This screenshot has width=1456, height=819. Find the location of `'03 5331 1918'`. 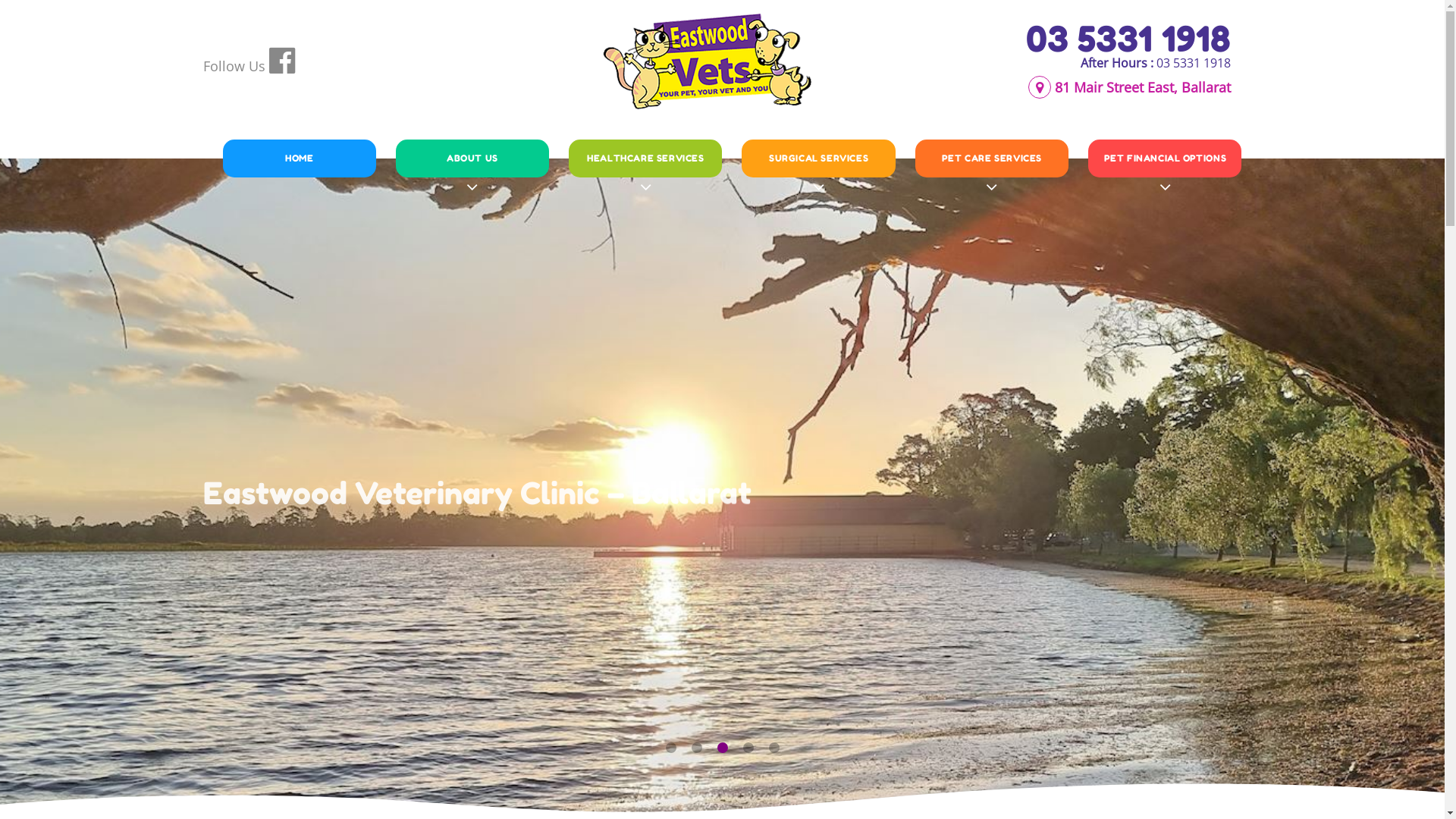

'03 5331 1918' is located at coordinates (1154, 62).